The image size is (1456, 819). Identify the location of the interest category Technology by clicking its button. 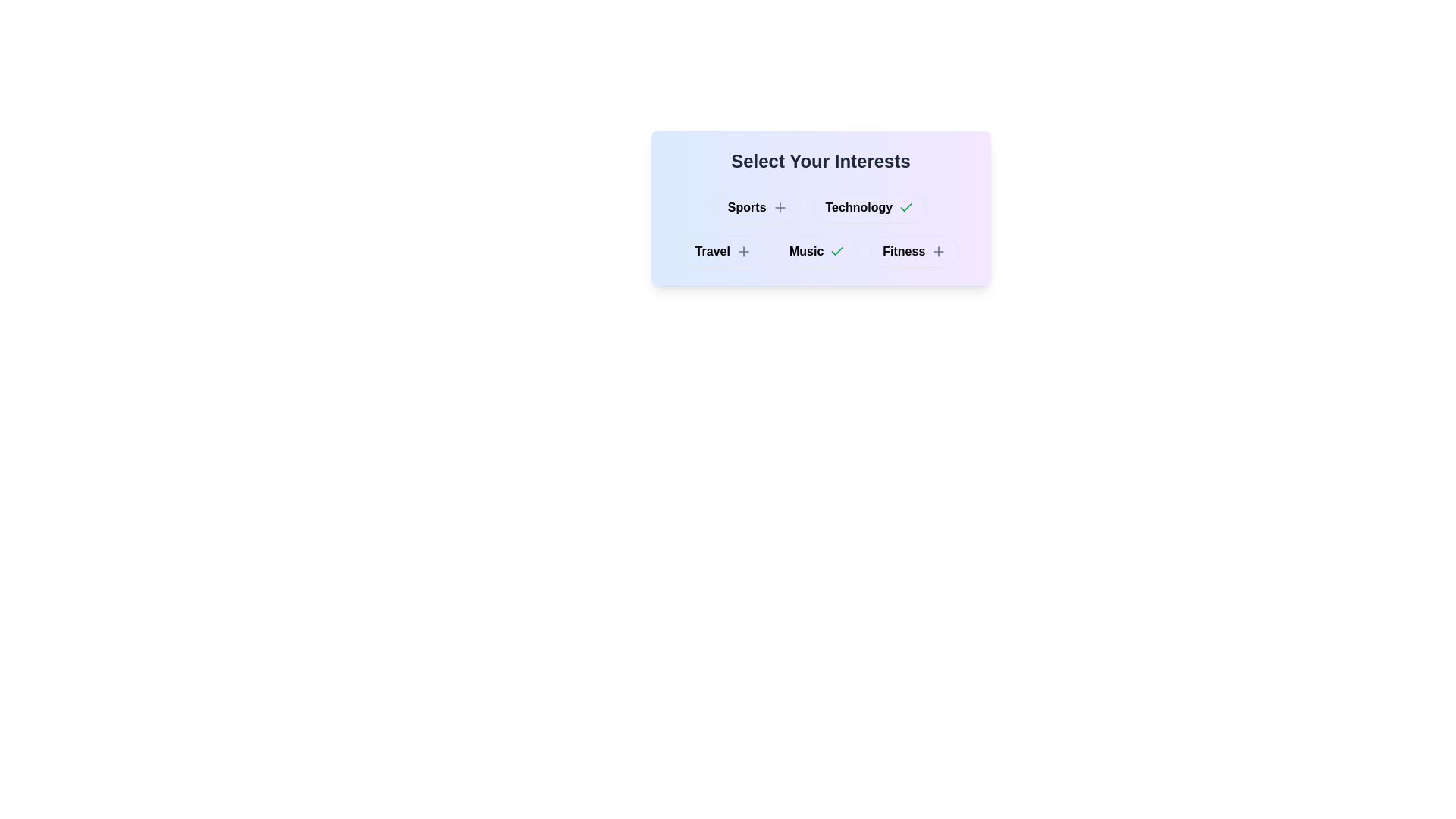
(870, 207).